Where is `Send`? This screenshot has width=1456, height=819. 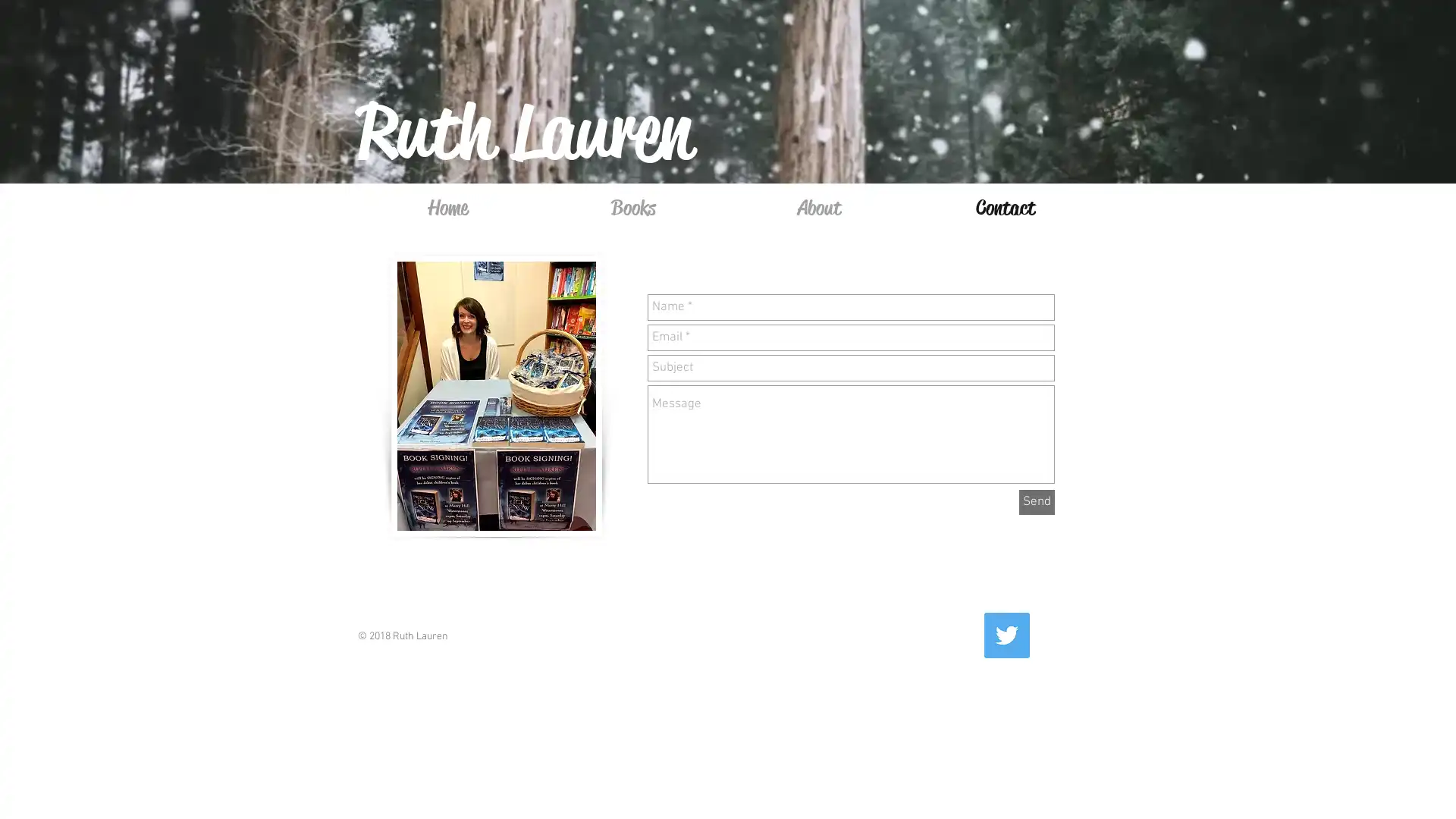 Send is located at coordinates (1036, 502).